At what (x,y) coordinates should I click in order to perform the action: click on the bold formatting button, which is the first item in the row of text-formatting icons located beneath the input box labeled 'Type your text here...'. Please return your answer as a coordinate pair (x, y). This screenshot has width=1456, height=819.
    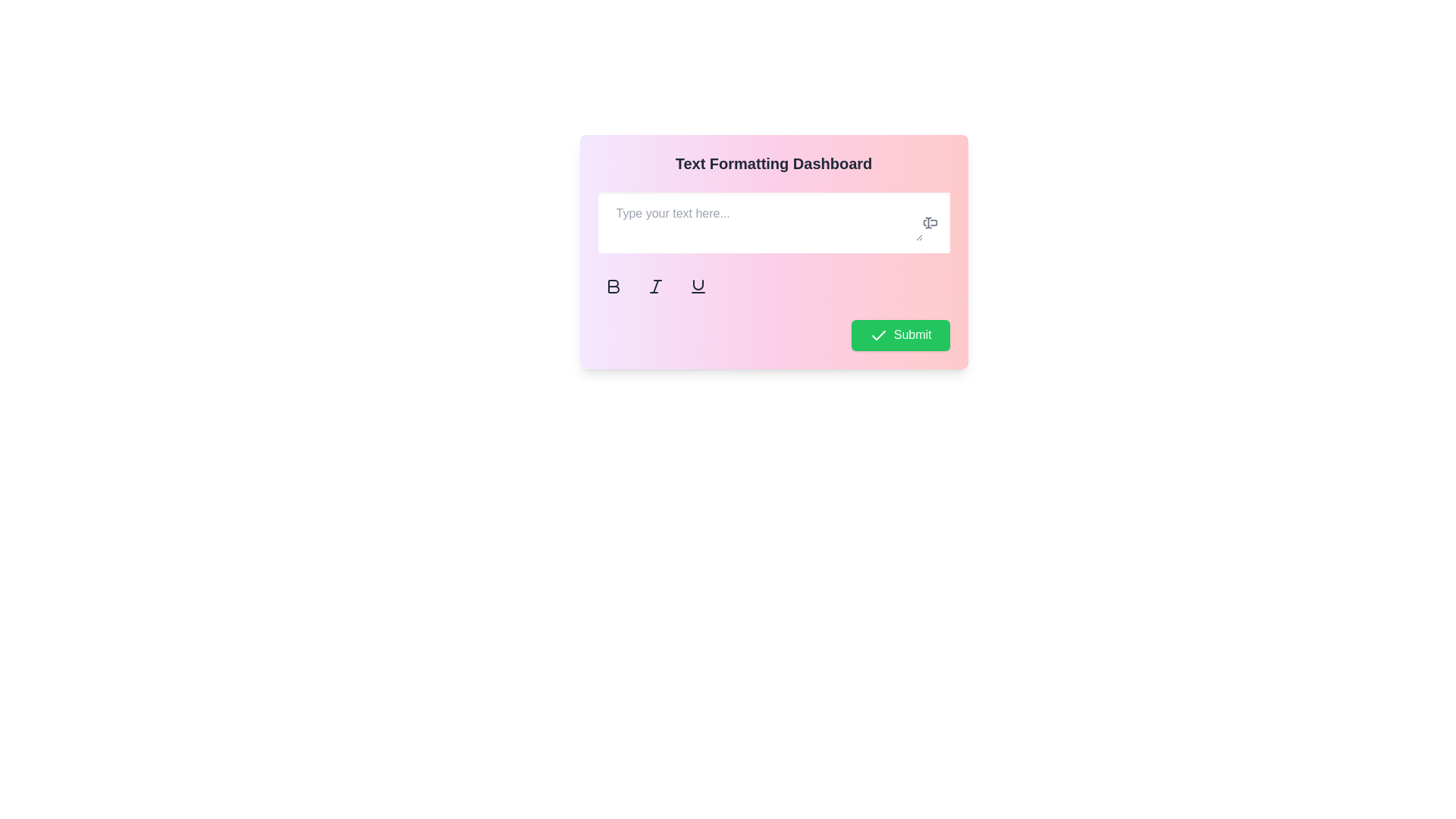
    Looking at the image, I should click on (613, 287).